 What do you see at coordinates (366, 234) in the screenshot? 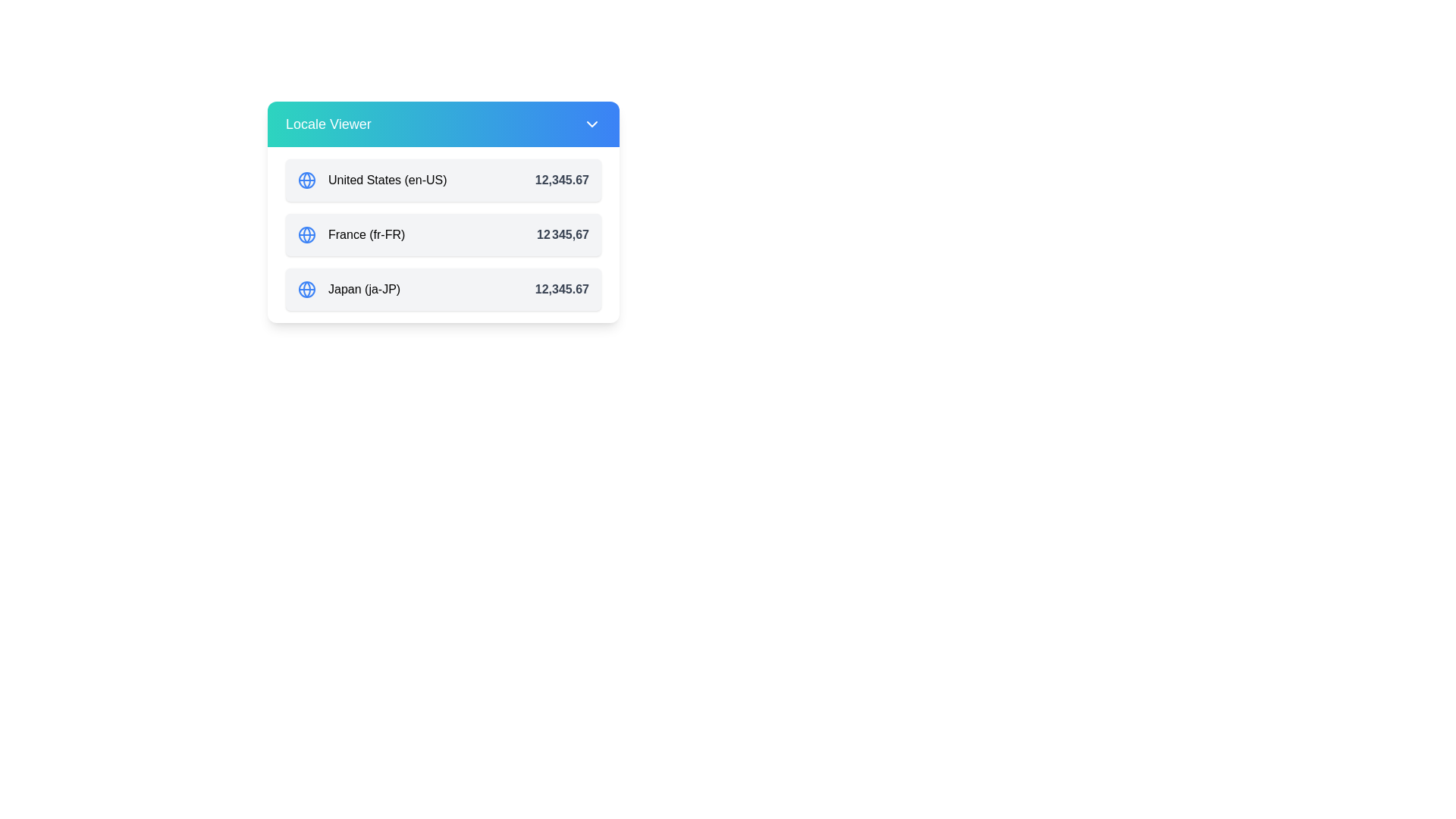
I see `the text label identifying the location 'France' with locale code 'fr-FR' in the Locale Viewer interface, which is positioned between 'United States (en-US)' and 'Japan (ja-JP)` at bounding box center [366, 234].